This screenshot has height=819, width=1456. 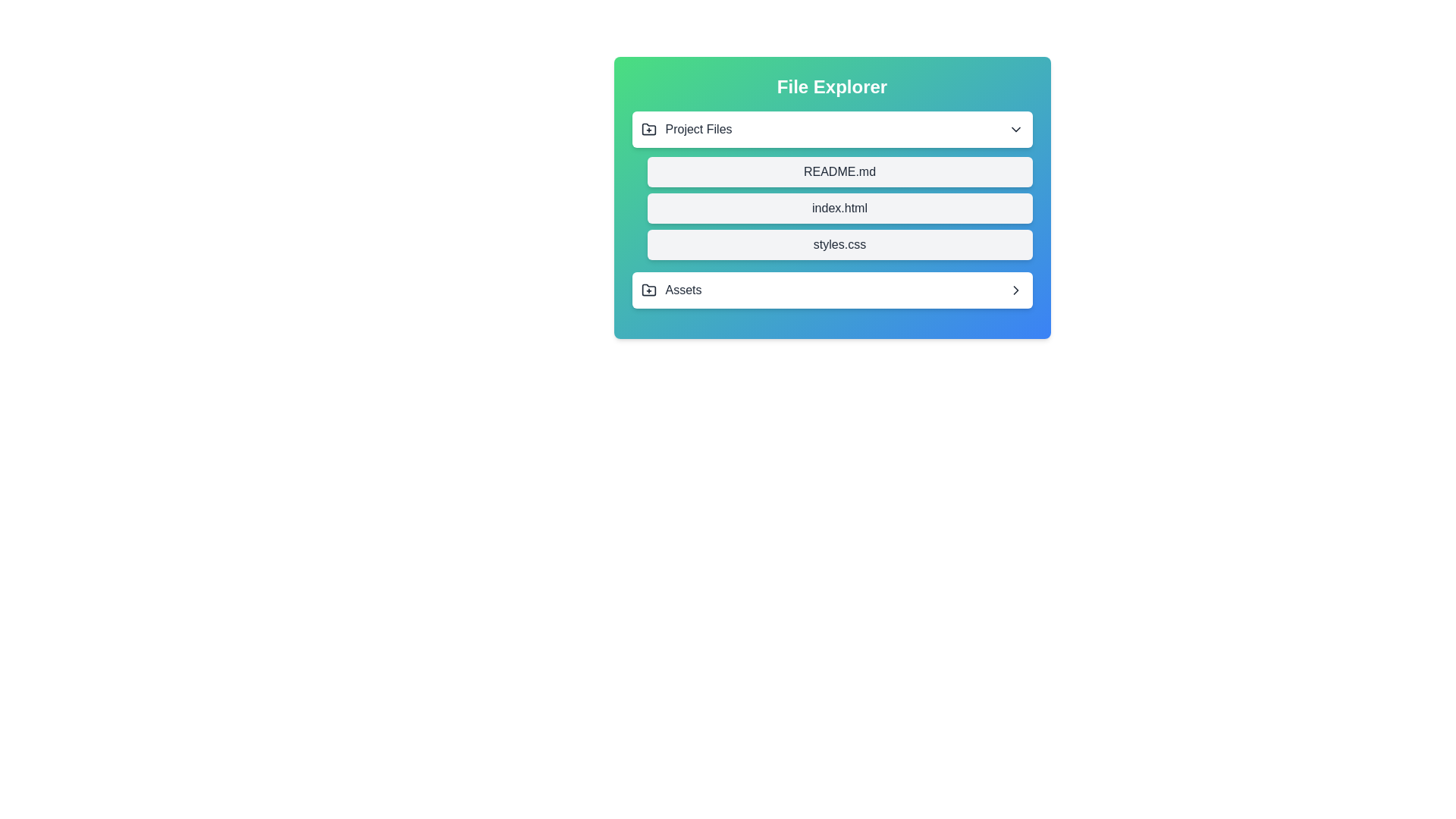 What do you see at coordinates (839, 208) in the screenshot?
I see `the File entry button for 'index.html'` at bounding box center [839, 208].